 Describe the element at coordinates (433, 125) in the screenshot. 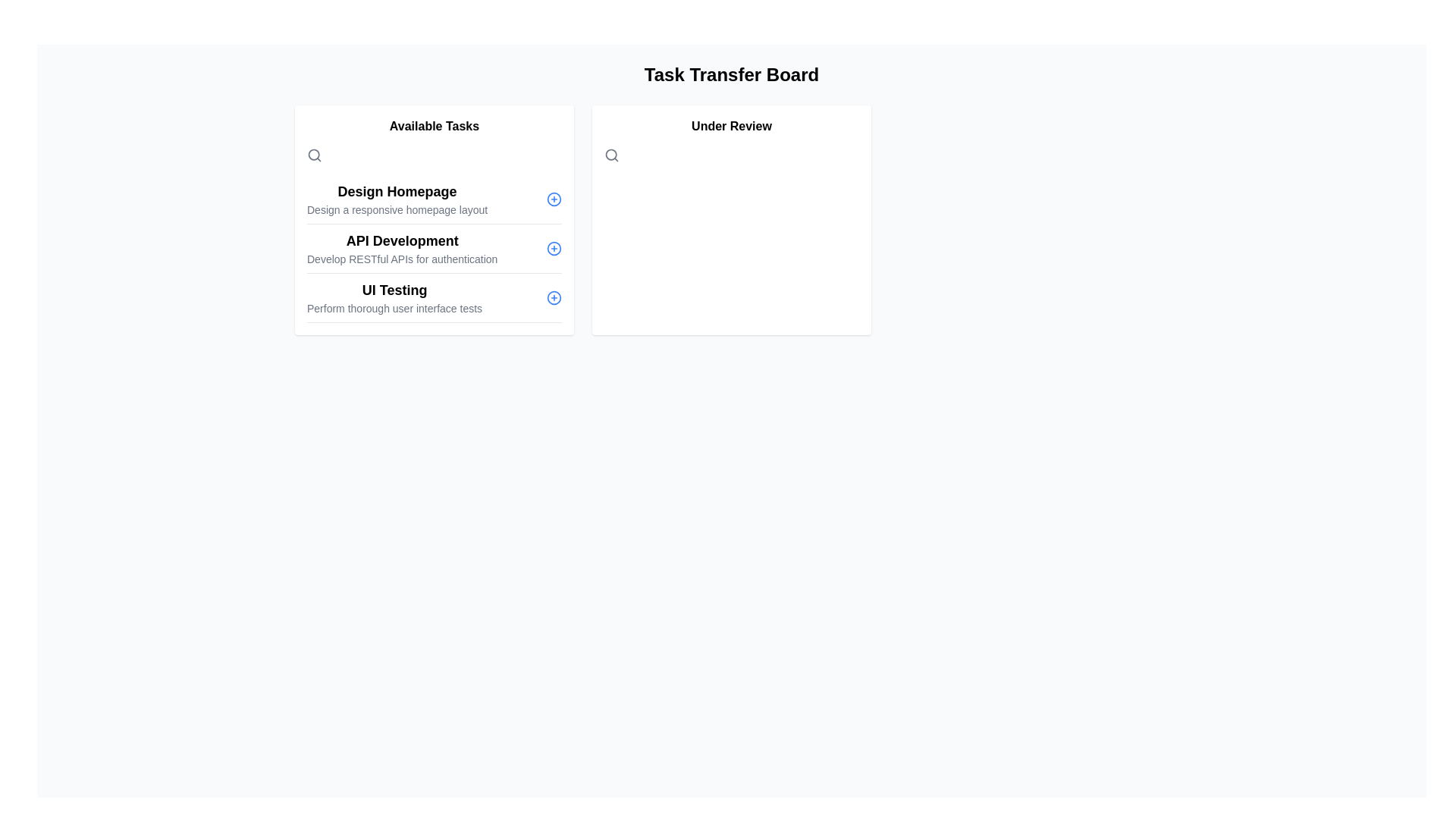

I see `the bold text label displaying 'Available Tasks' located at the upper-center section of the first column in the task management interface` at that location.